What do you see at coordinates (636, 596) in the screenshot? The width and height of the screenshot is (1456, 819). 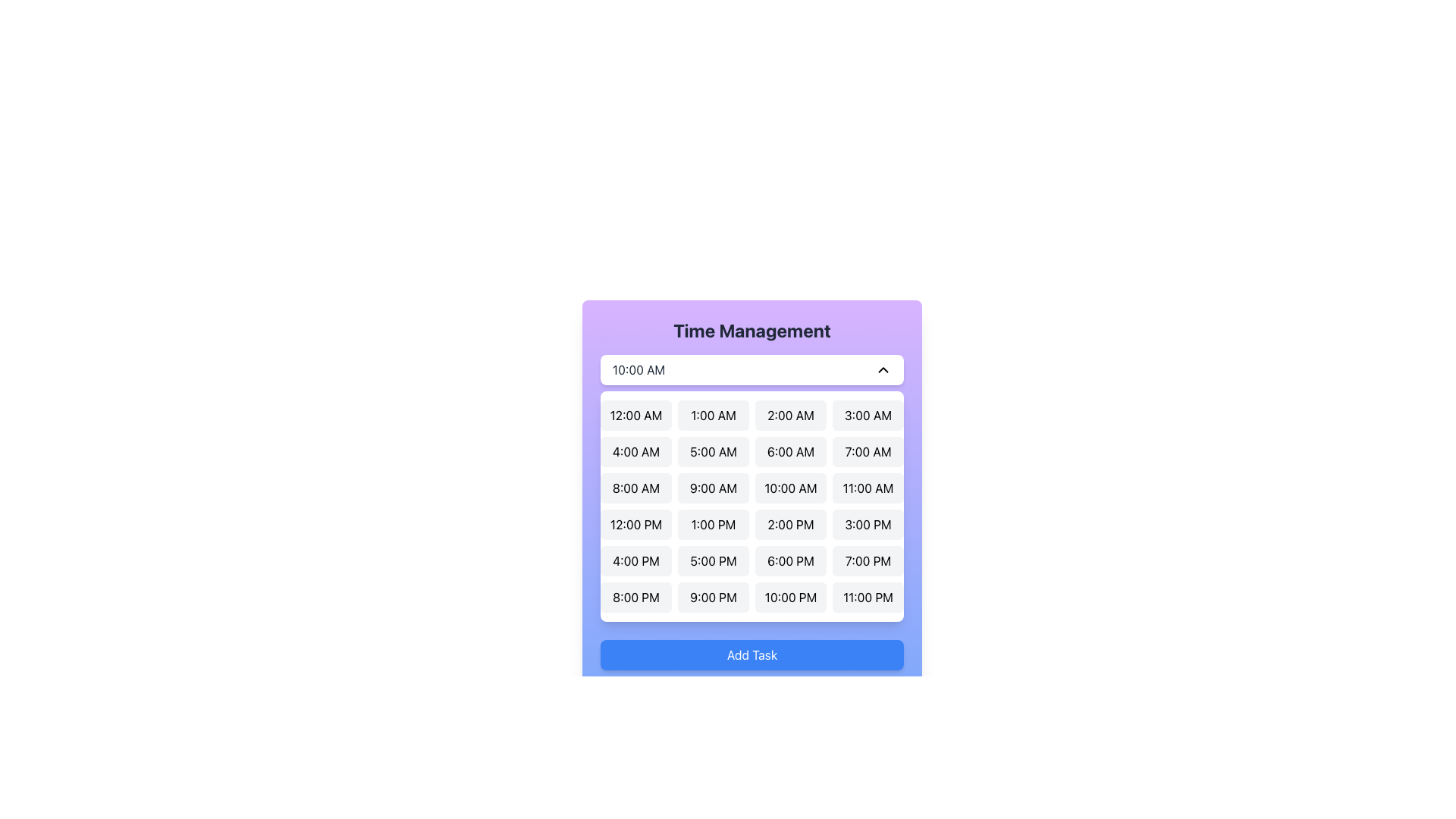 I see `the button for the '8:00 PM' time slot, which is located in the bottom row of a grid layout and is the first column element` at bounding box center [636, 596].